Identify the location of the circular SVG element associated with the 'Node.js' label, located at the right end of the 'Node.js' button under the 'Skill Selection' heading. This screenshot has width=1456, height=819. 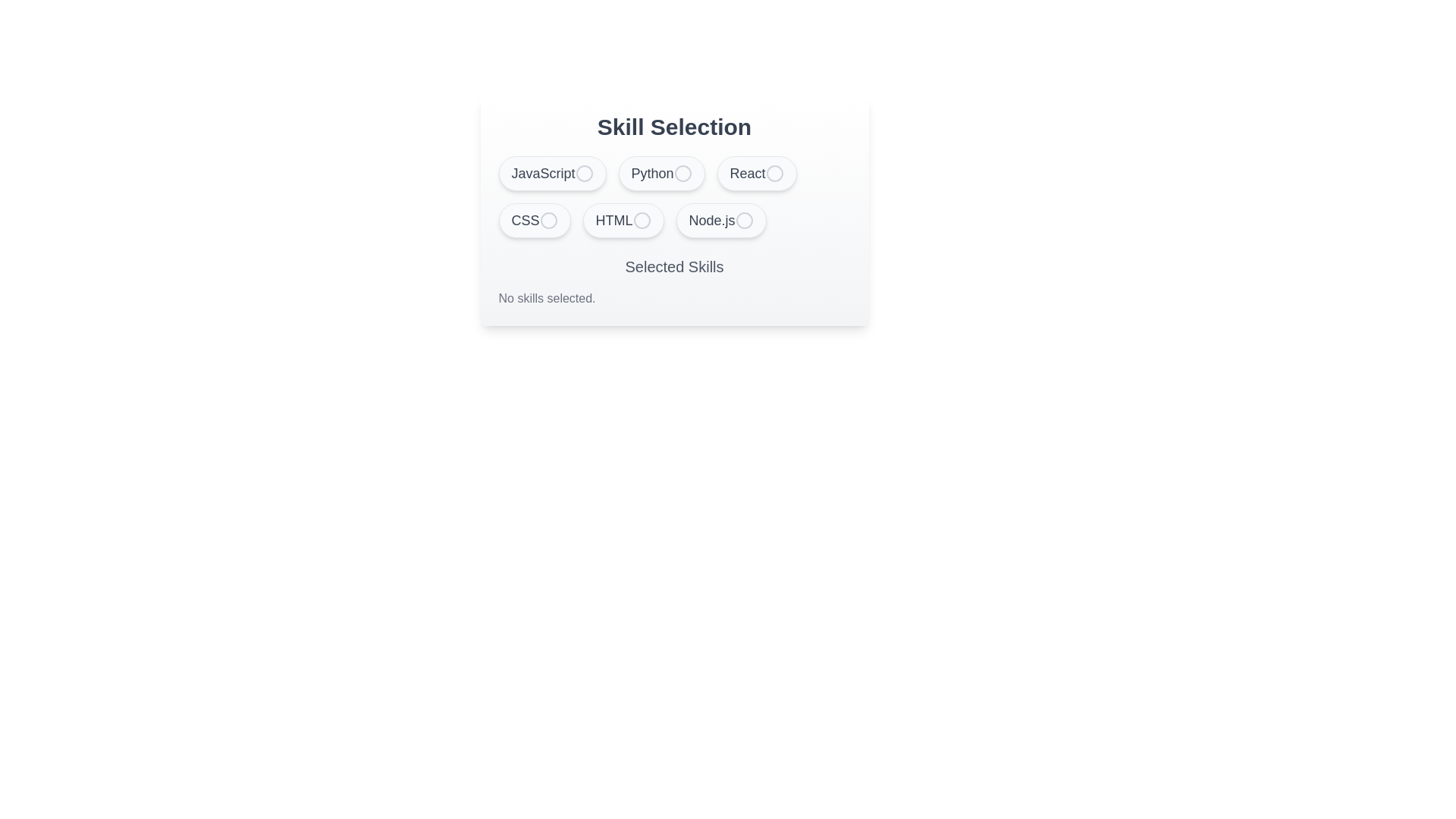
(744, 220).